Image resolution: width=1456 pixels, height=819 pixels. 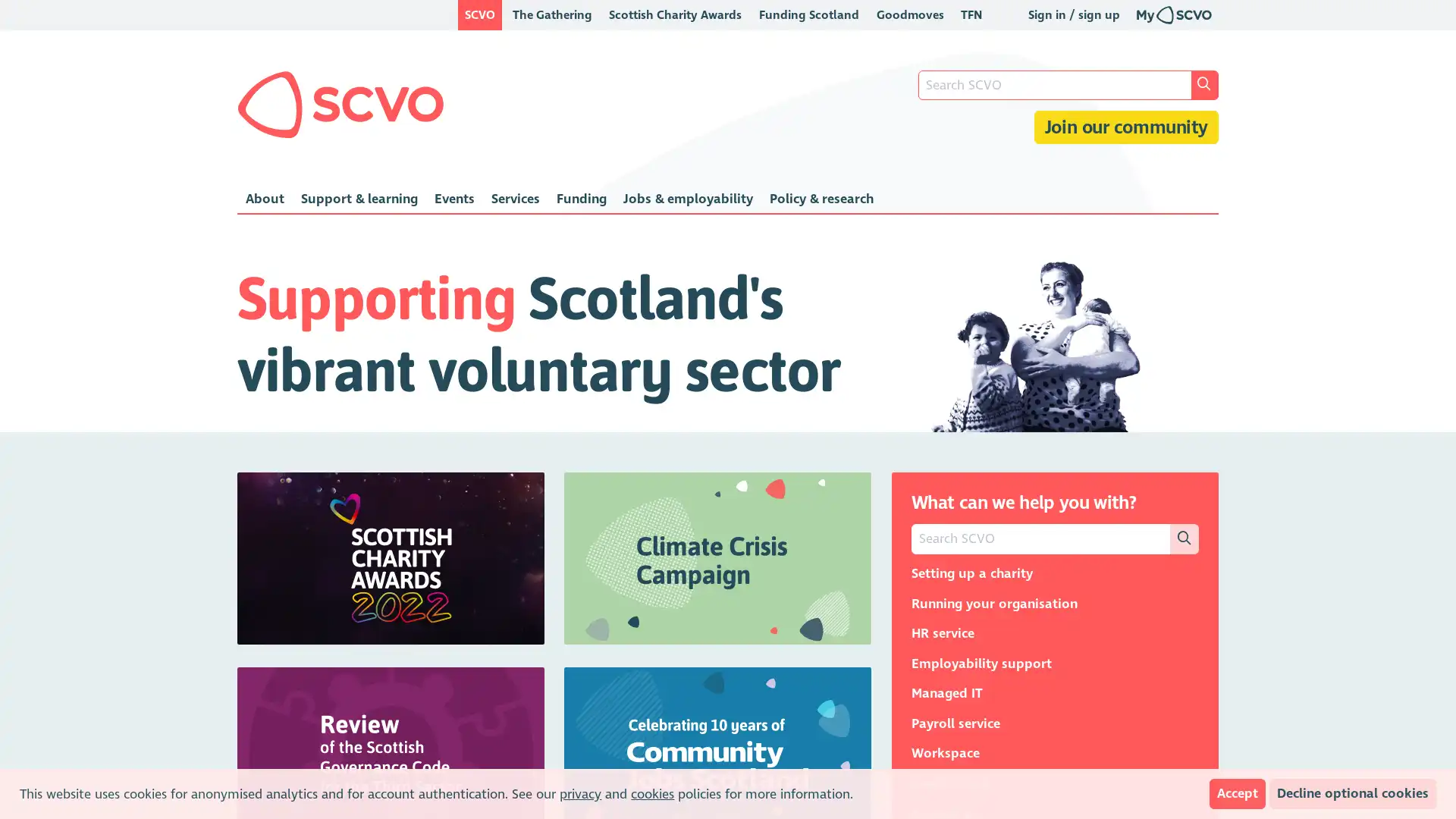 What do you see at coordinates (1351, 792) in the screenshot?
I see `Decline optional cookies Block anonymised analytics` at bounding box center [1351, 792].